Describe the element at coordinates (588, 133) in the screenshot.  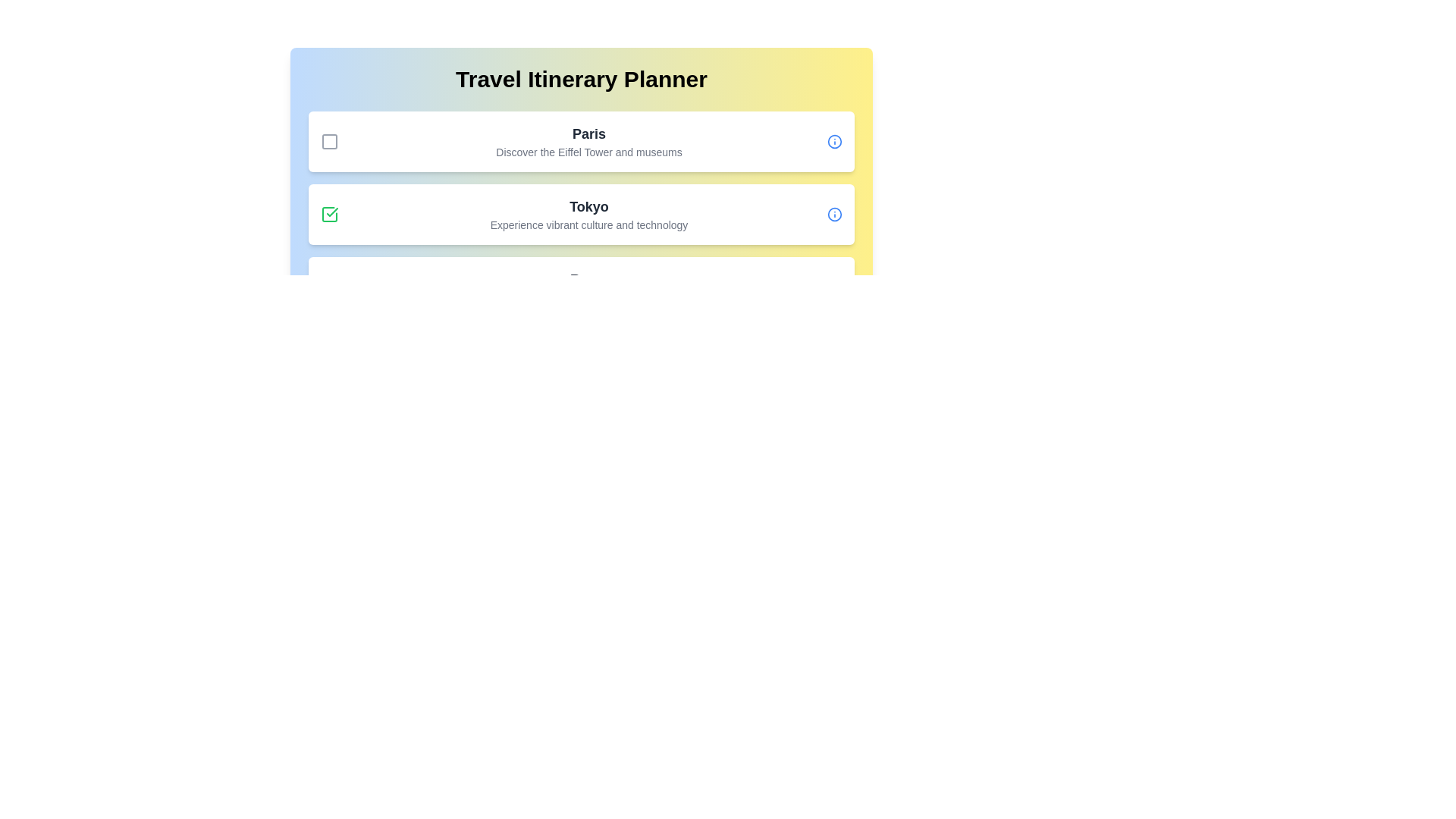
I see `the text label 'Paris' in the Travel Itinerary Planner` at that location.